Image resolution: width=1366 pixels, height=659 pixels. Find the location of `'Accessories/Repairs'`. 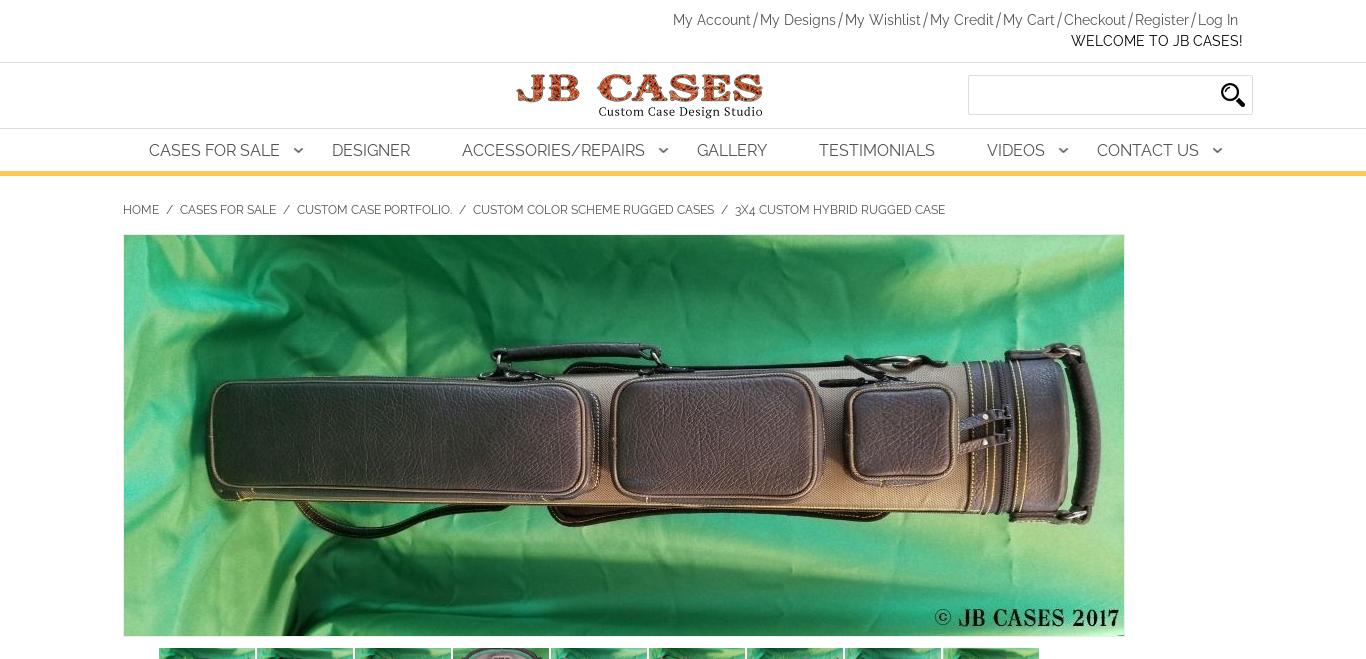

'Accessories/Repairs' is located at coordinates (553, 149).